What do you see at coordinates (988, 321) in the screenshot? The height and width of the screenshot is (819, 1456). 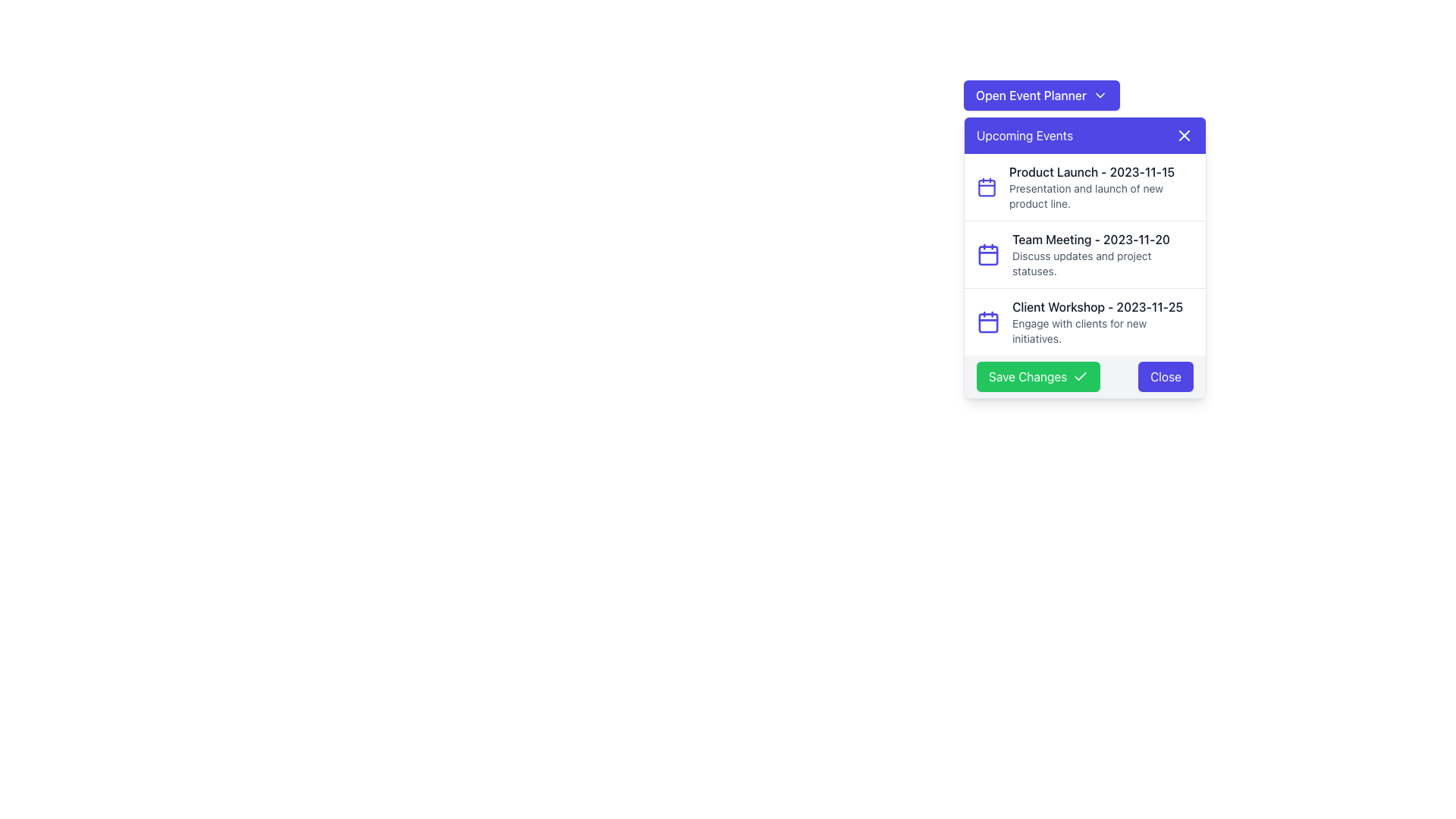 I see `the calendar icon with a purple outline located in the 'Upcoming Events' panel, preceding the 'Client Workshop - 2023-11-25' text` at bounding box center [988, 321].